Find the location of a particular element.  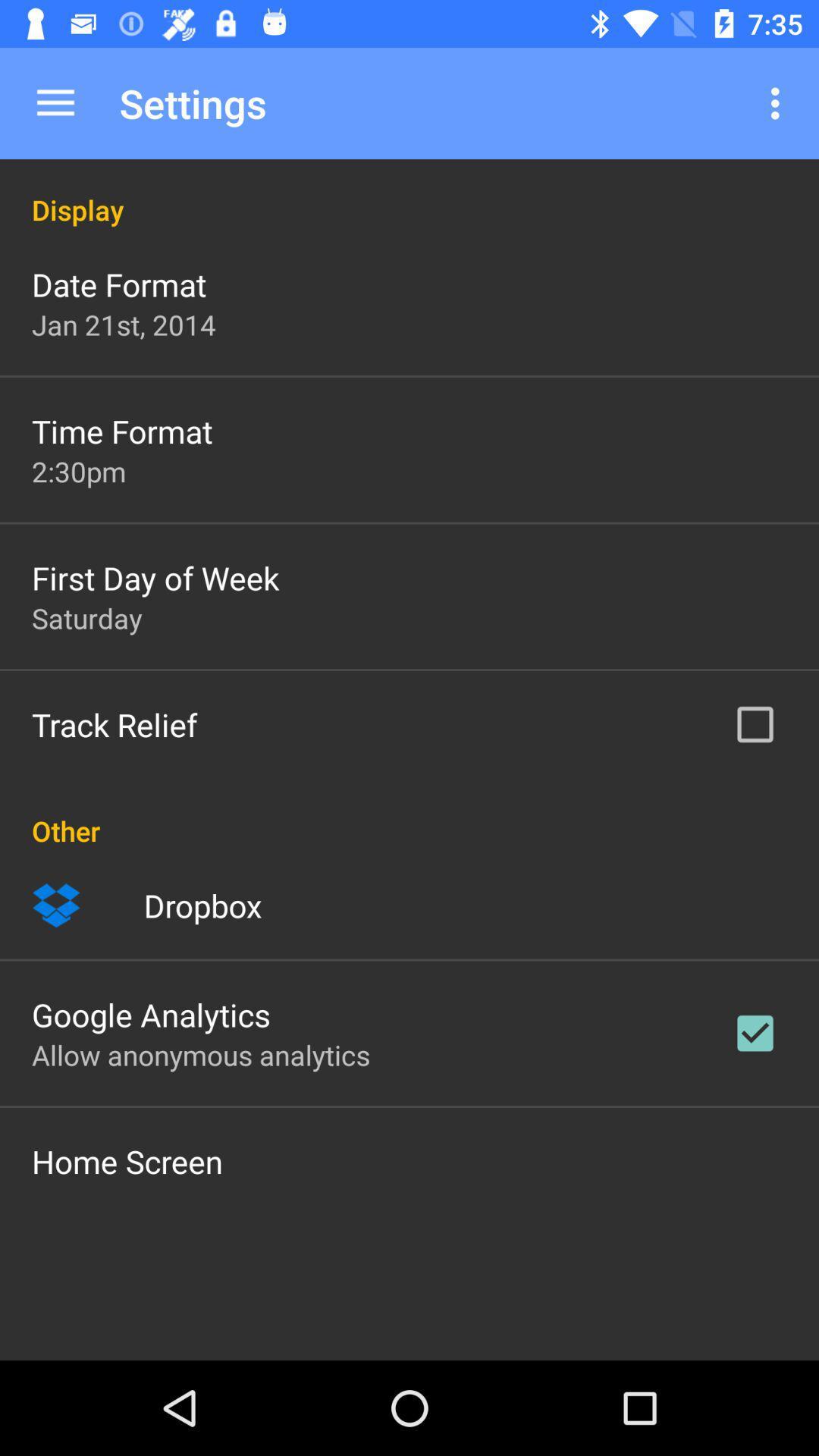

first day of app is located at coordinates (155, 577).